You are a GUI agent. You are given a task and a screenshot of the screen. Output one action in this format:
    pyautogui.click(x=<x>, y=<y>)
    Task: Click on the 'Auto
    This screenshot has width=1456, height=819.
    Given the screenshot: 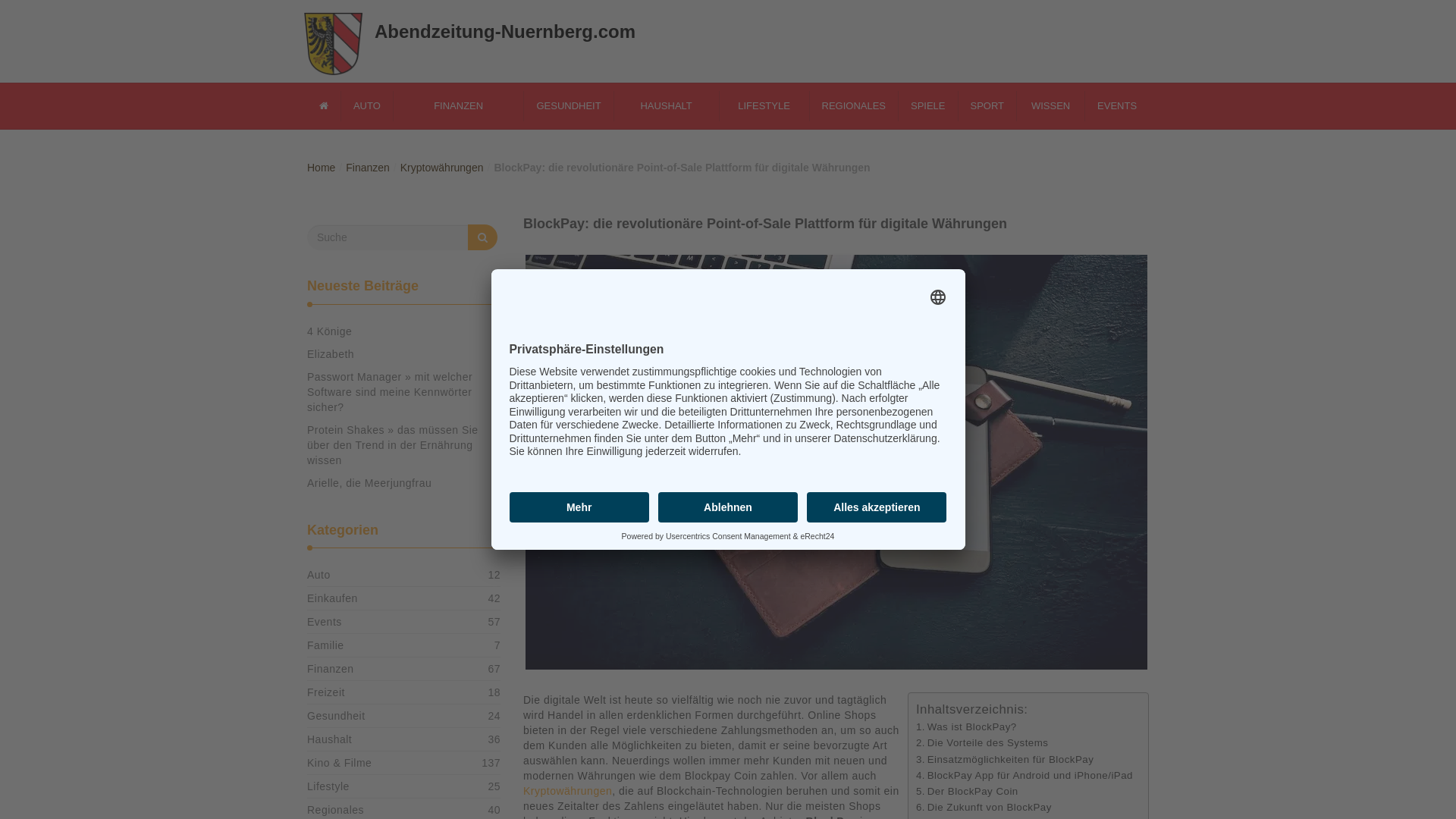 What is the action you would take?
    pyautogui.click(x=318, y=575)
    